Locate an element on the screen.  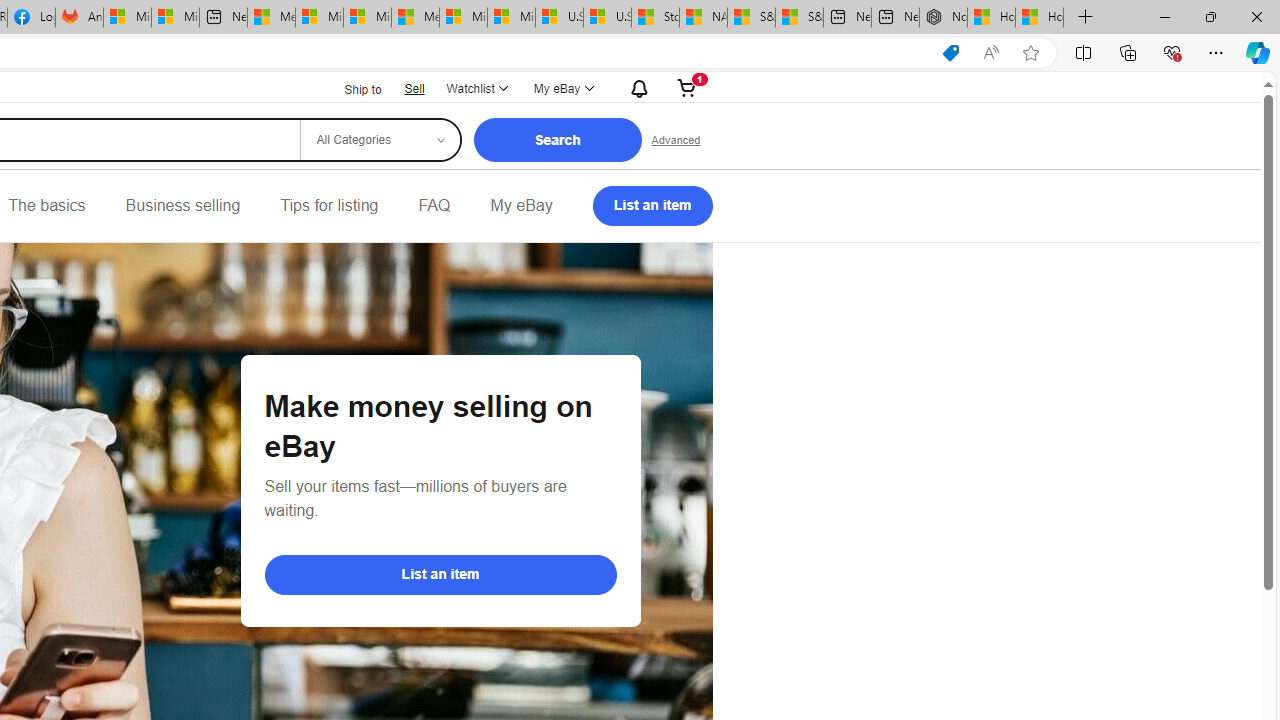
'Watchlist' is located at coordinates (475, 87).